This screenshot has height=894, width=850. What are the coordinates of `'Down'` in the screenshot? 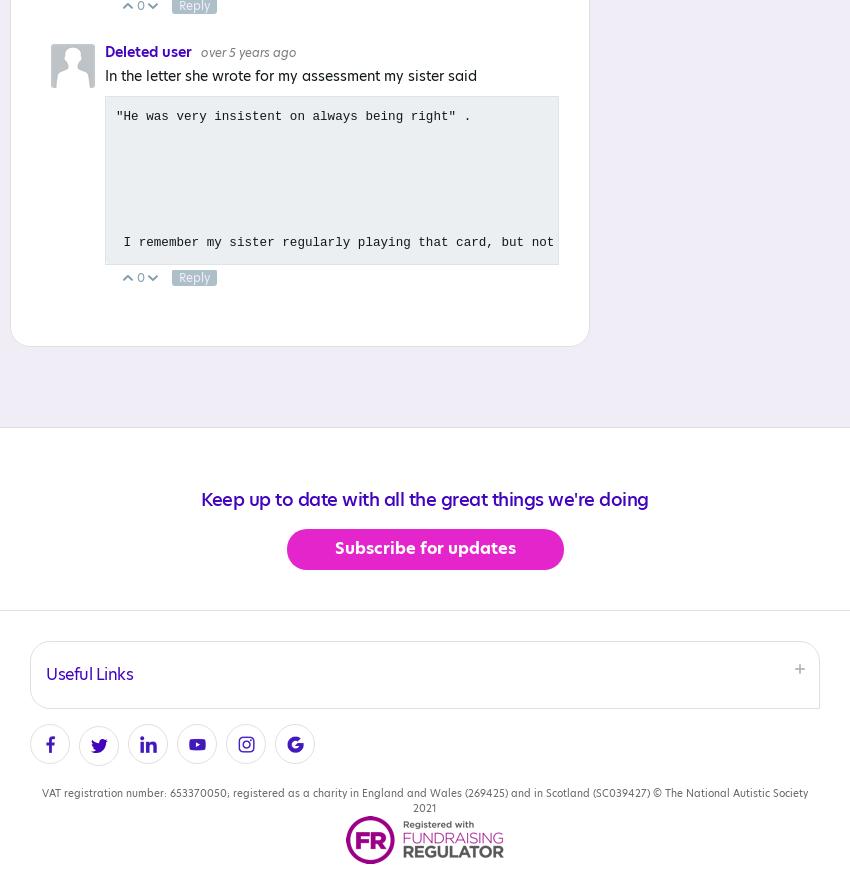 It's located at (183, 277).